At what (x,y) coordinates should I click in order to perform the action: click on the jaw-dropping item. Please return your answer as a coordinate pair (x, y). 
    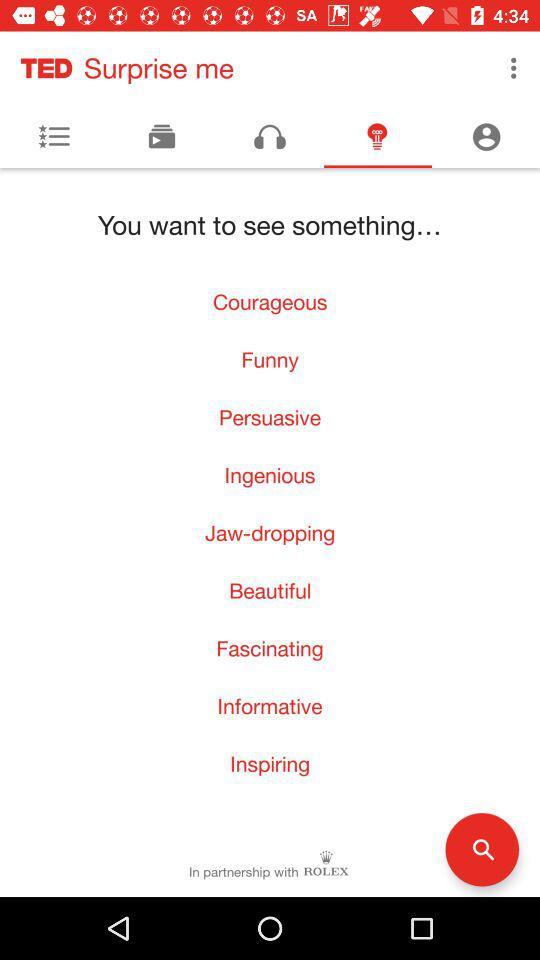
    Looking at the image, I should click on (270, 531).